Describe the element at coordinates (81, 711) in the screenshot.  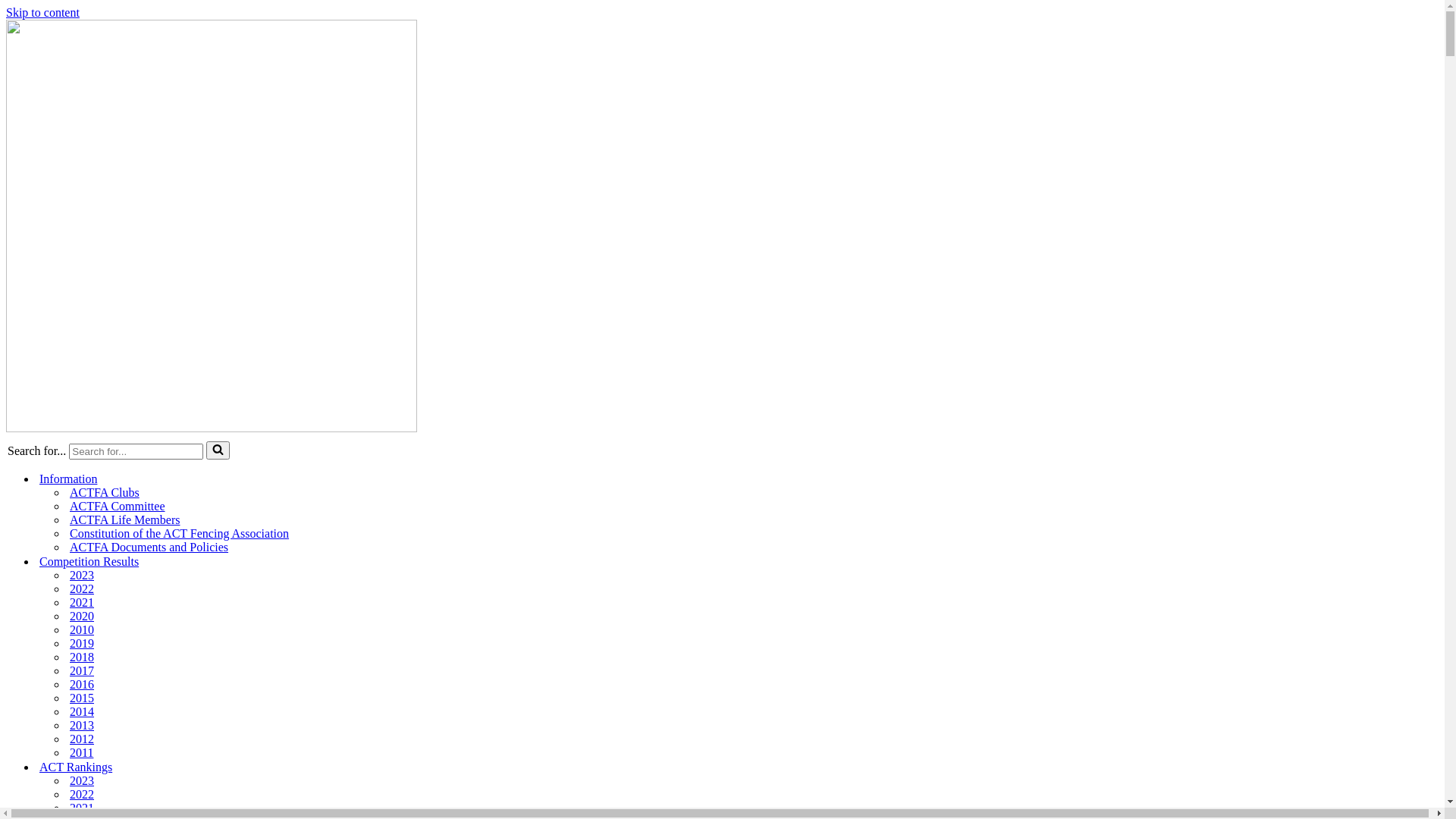
I see `'2014'` at that location.